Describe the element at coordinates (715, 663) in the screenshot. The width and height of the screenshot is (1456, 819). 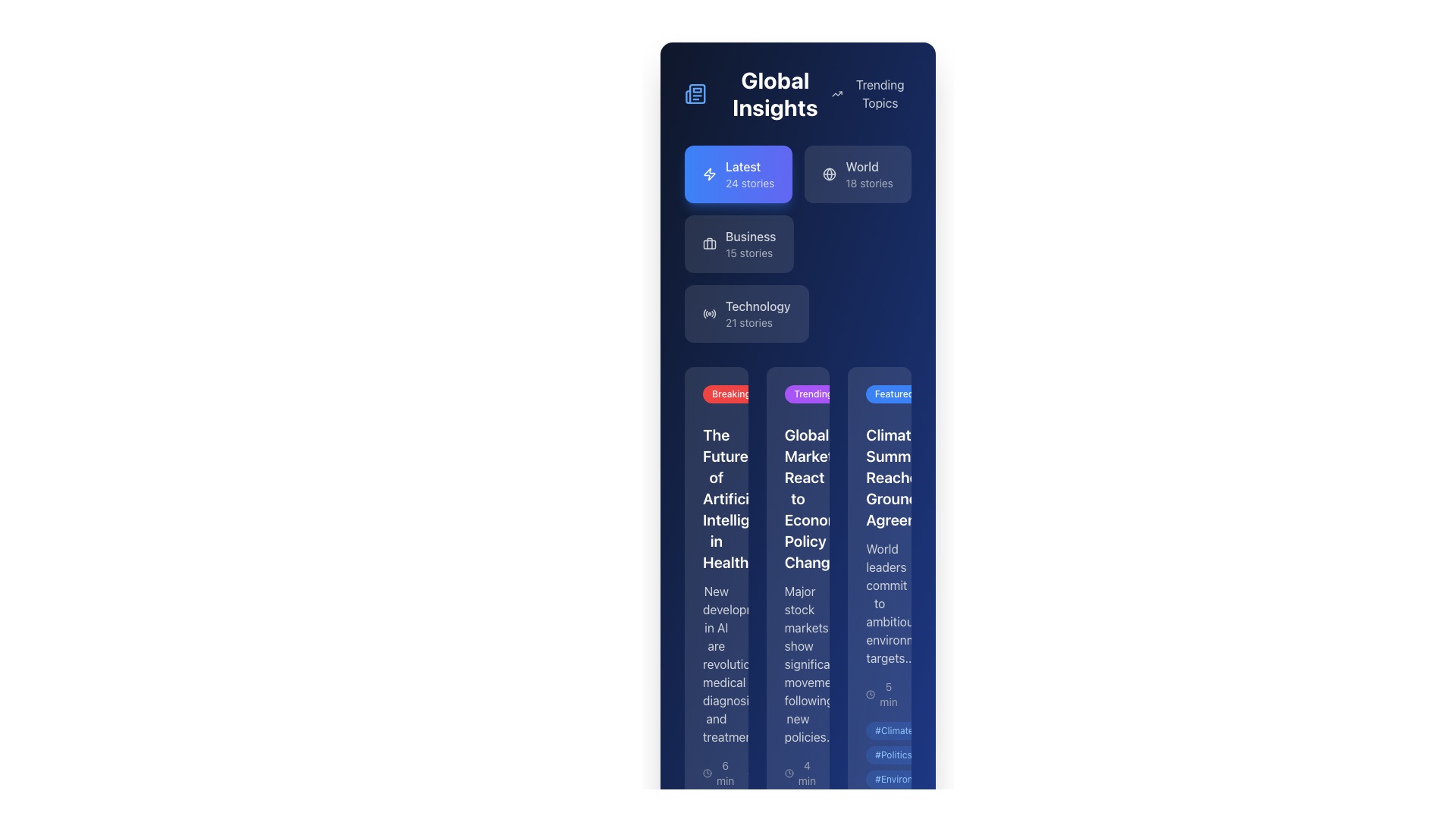
I see `the text block element containing the message about AI's impact on medical diagnosis, located below the heading 'The Future of Artificial Intelligence in Healthcare'` at that location.